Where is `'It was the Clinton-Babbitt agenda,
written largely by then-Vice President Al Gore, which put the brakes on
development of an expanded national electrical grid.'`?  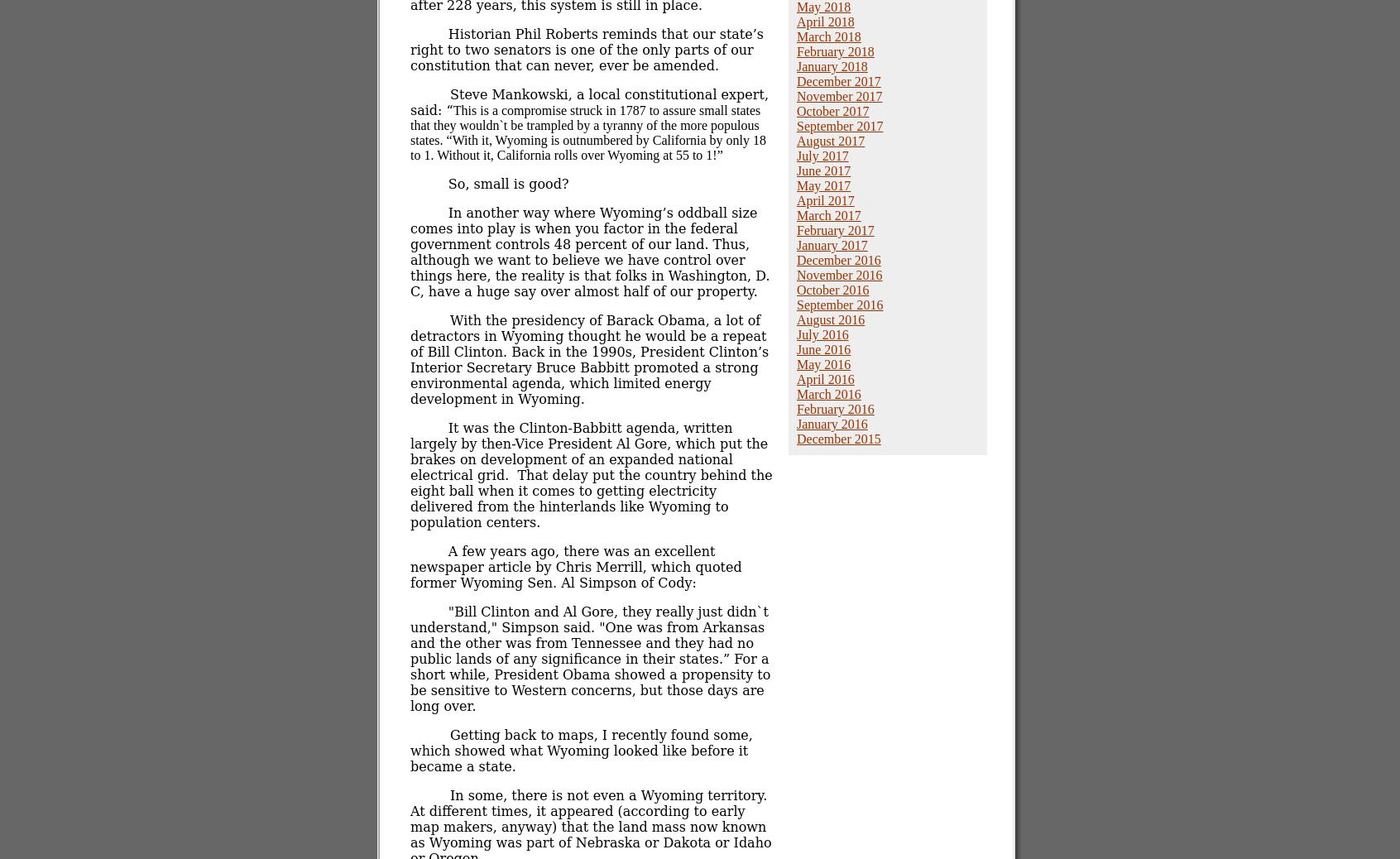 'It was the Clinton-Babbitt agenda,
written largely by then-Vice President Al Gore, which put the brakes on
development of an expanded national electrical grid.' is located at coordinates (410, 450).